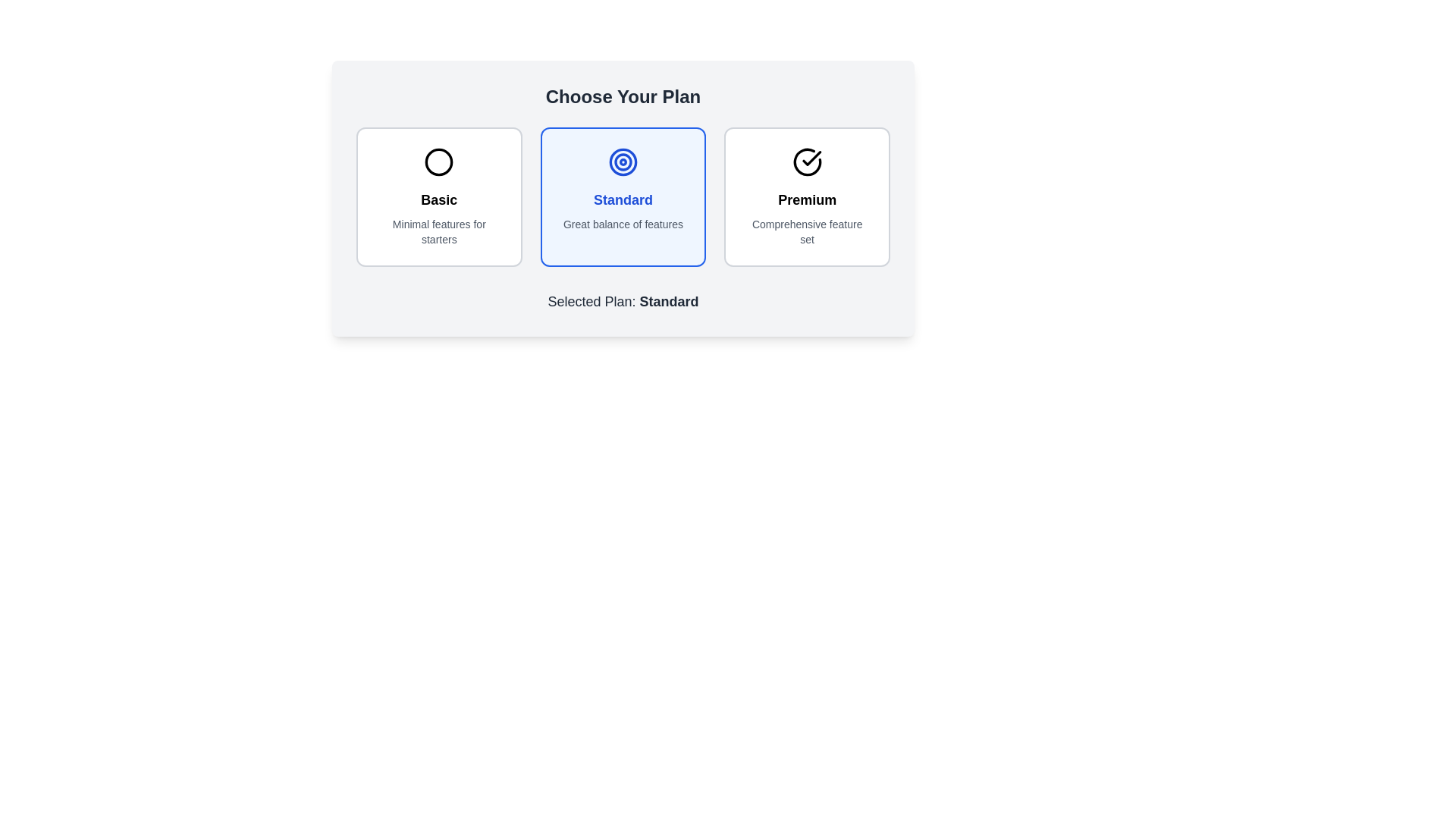 The height and width of the screenshot is (819, 1456). What do you see at coordinates (806, 231) in the screenshot?
I see `the text label describing the features of the 'Premium' plan, located at the bottom of the 'Premium' plan card in the rightmost column` at bounding box center [806, 231].